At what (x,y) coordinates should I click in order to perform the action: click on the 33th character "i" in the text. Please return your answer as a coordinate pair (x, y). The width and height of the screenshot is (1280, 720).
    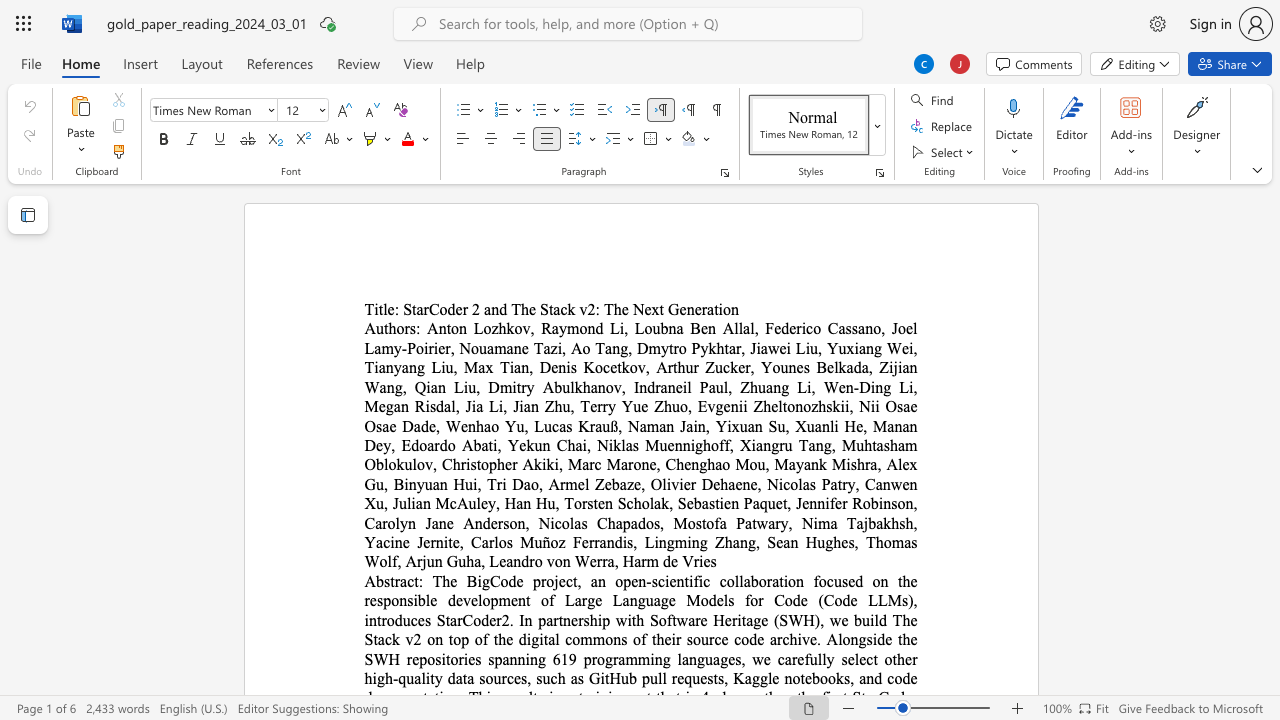
    Looking at the image, I should click on (877, 405).